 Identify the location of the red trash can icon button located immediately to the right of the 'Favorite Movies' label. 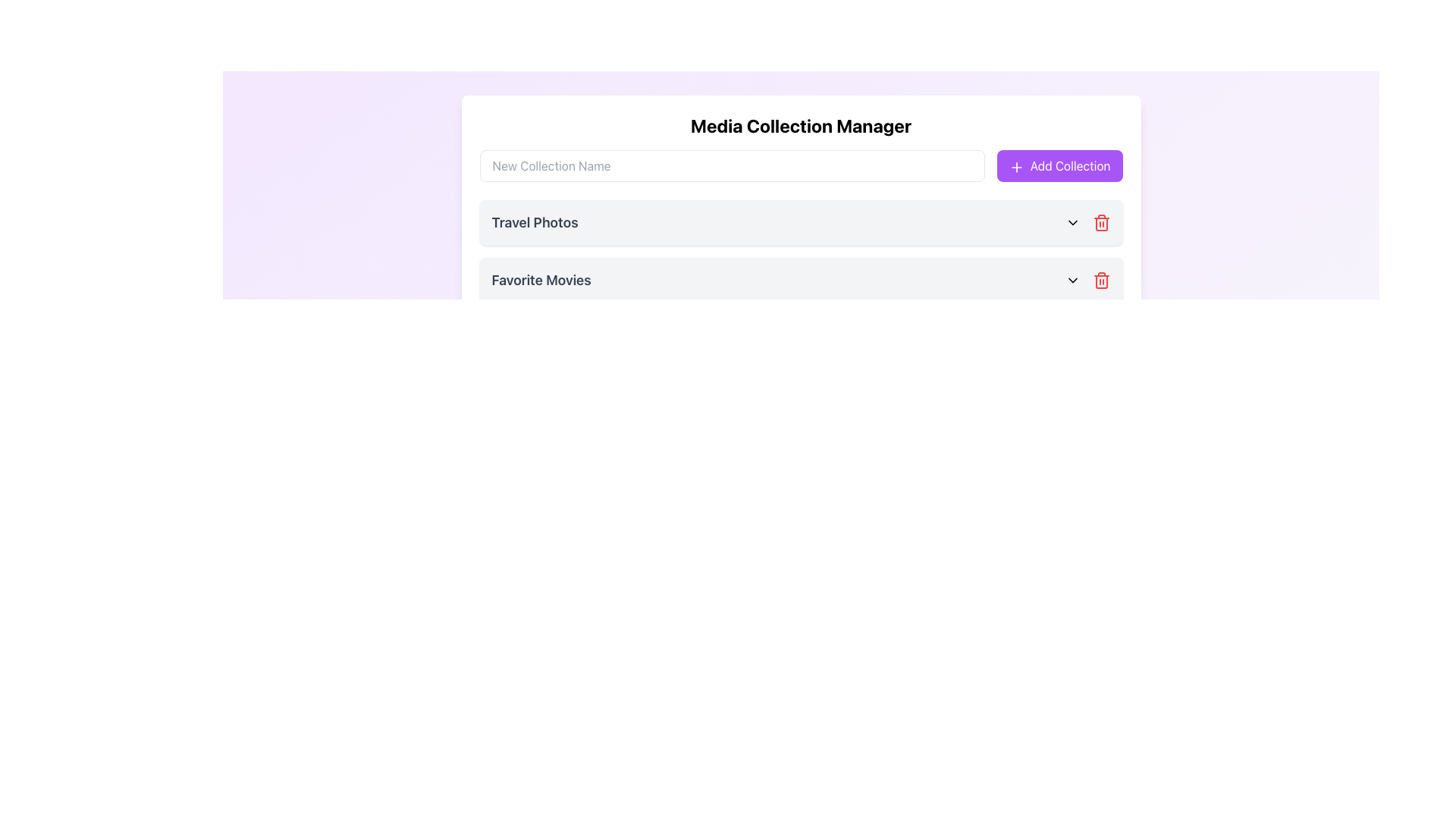
(1101, 222).